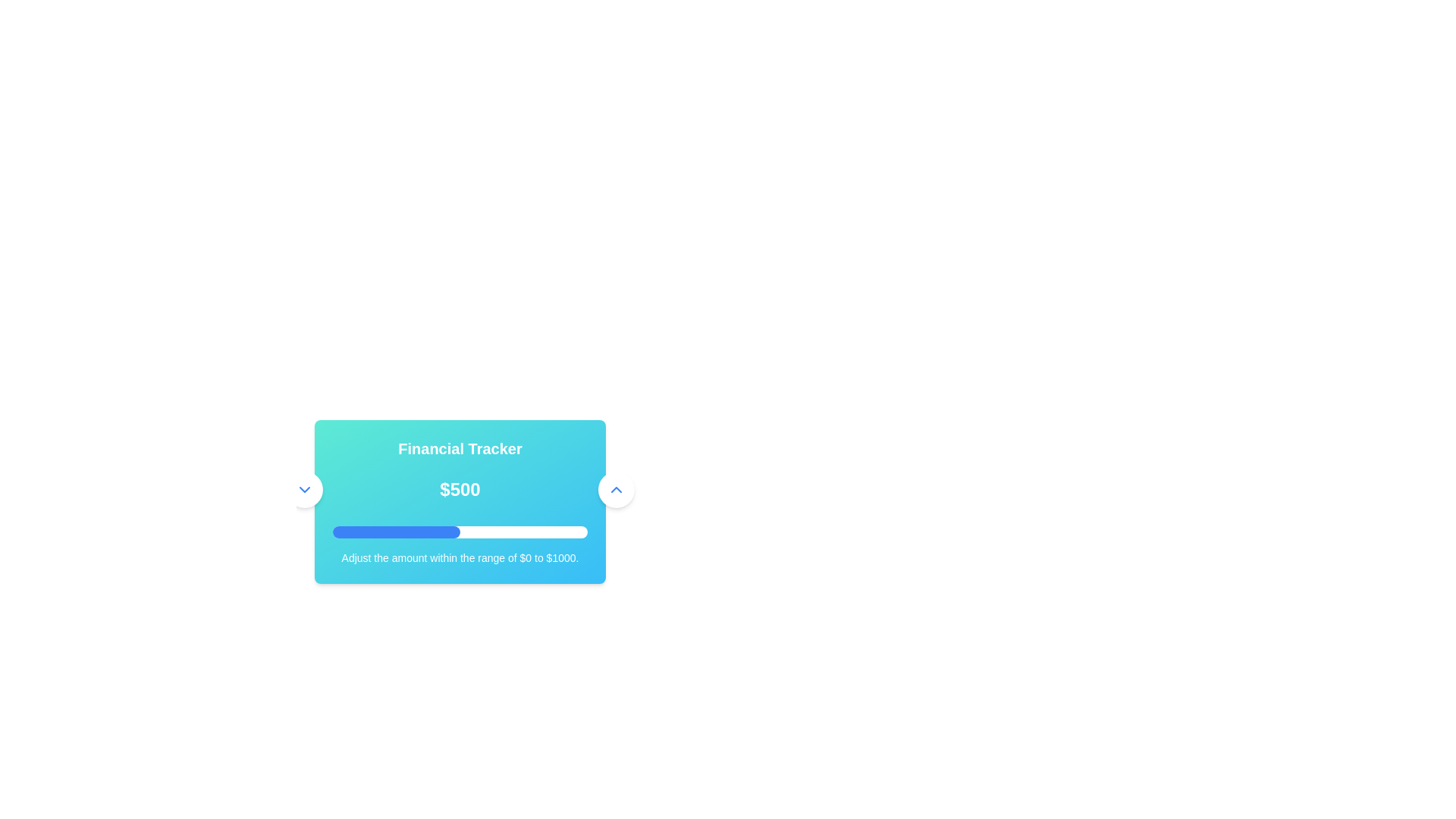 The height and width of the screenshot is (819, 1456). I want to click on the slider, so click(490, 532).